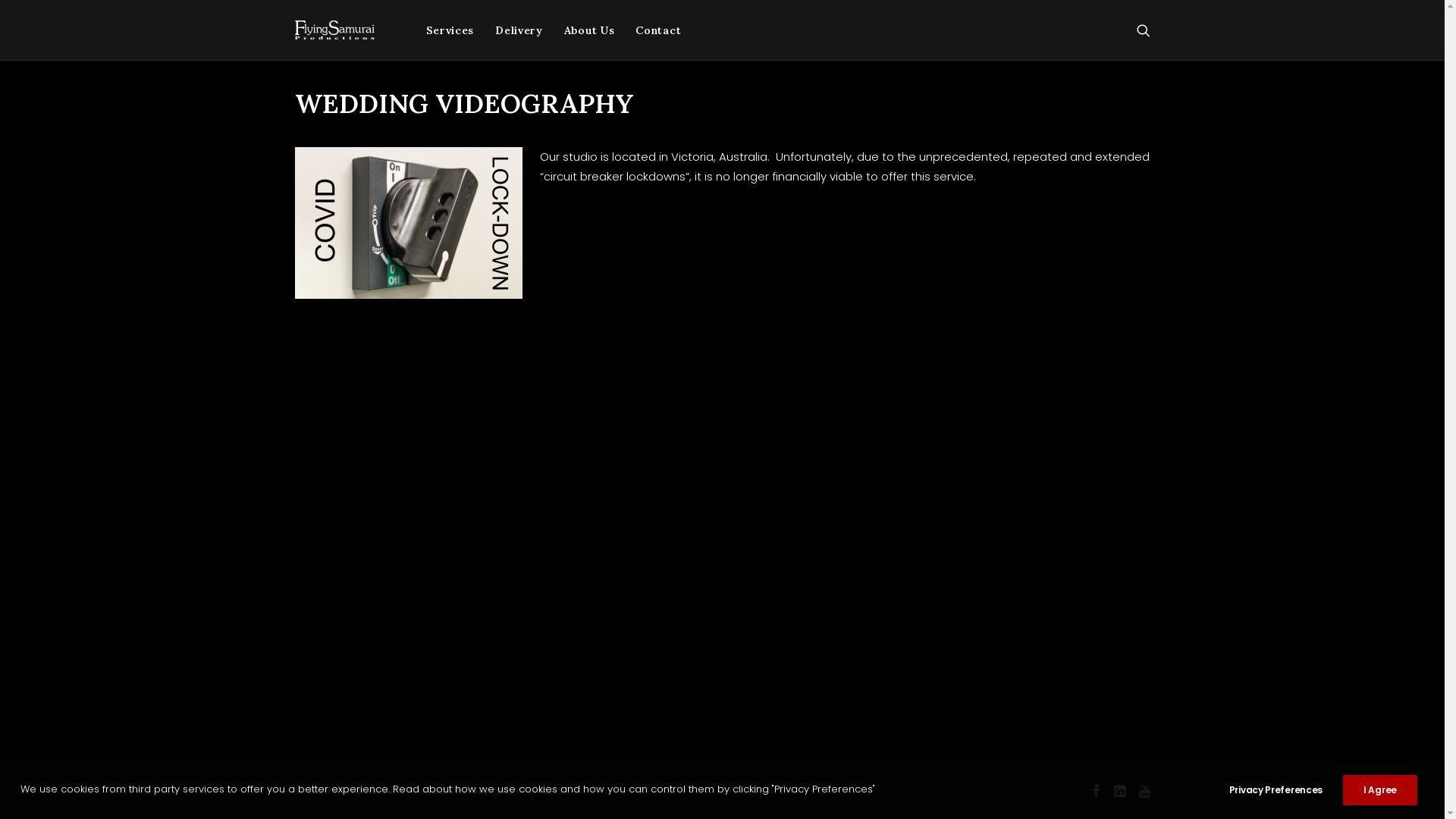  I want to click on 'Privacy Preferences', so click(1285, 789).